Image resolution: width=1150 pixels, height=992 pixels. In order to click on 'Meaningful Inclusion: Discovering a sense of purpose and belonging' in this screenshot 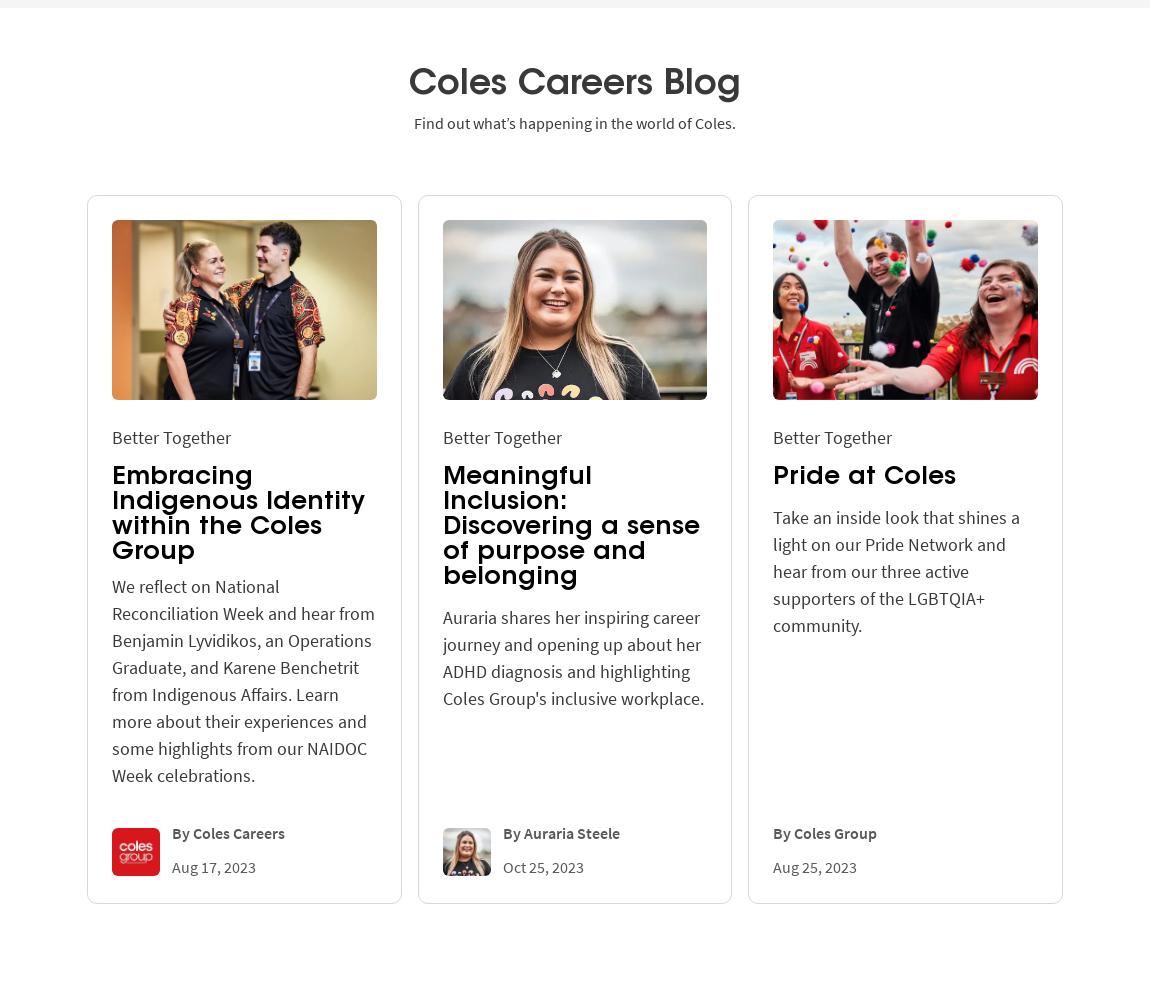, I will do `click(441, 525)`.